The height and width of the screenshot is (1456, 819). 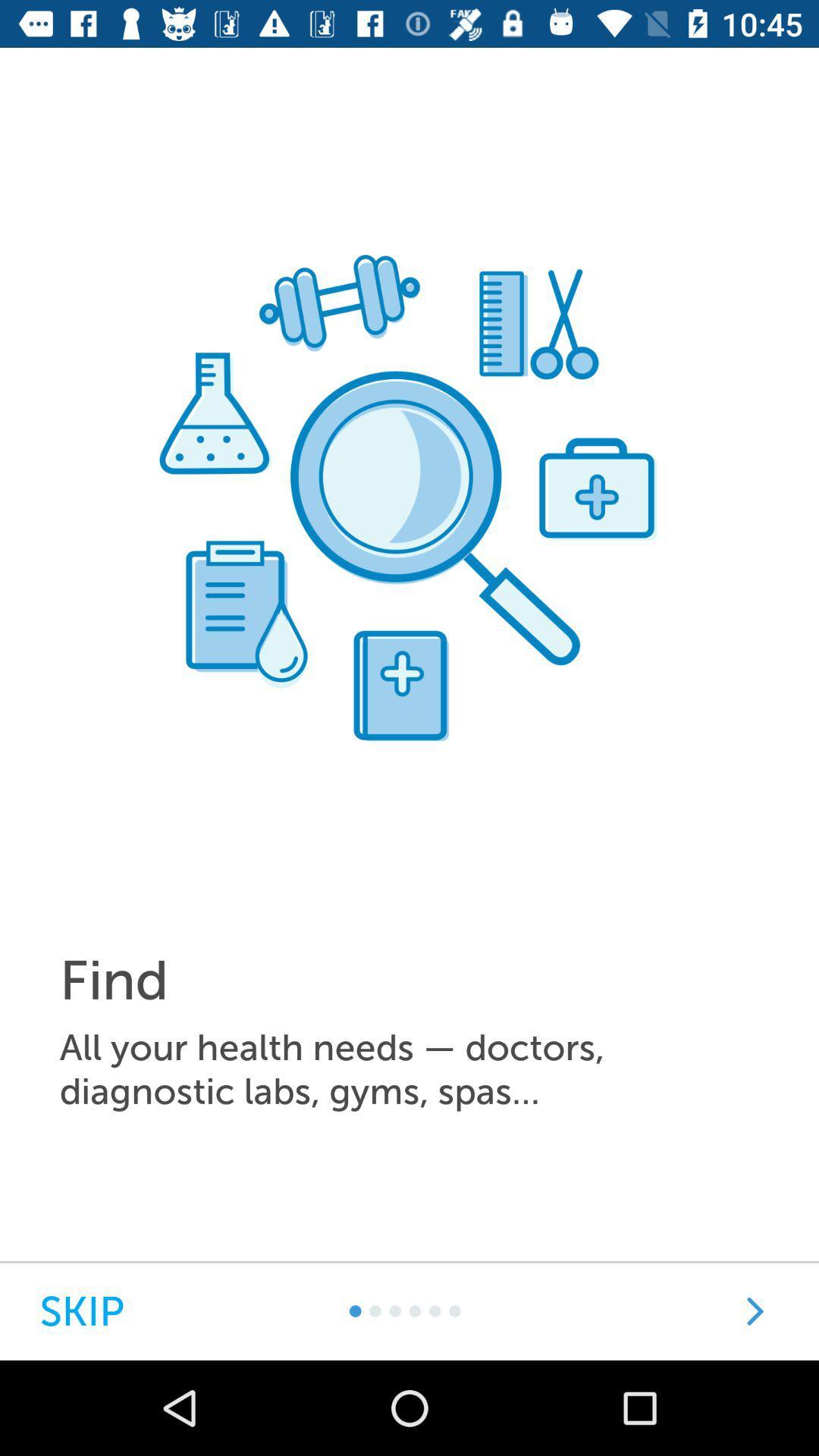 What do you see at coordinates (82, 1310) in the screenshot?
I see `the skip` at bounding box center [82, 1310].